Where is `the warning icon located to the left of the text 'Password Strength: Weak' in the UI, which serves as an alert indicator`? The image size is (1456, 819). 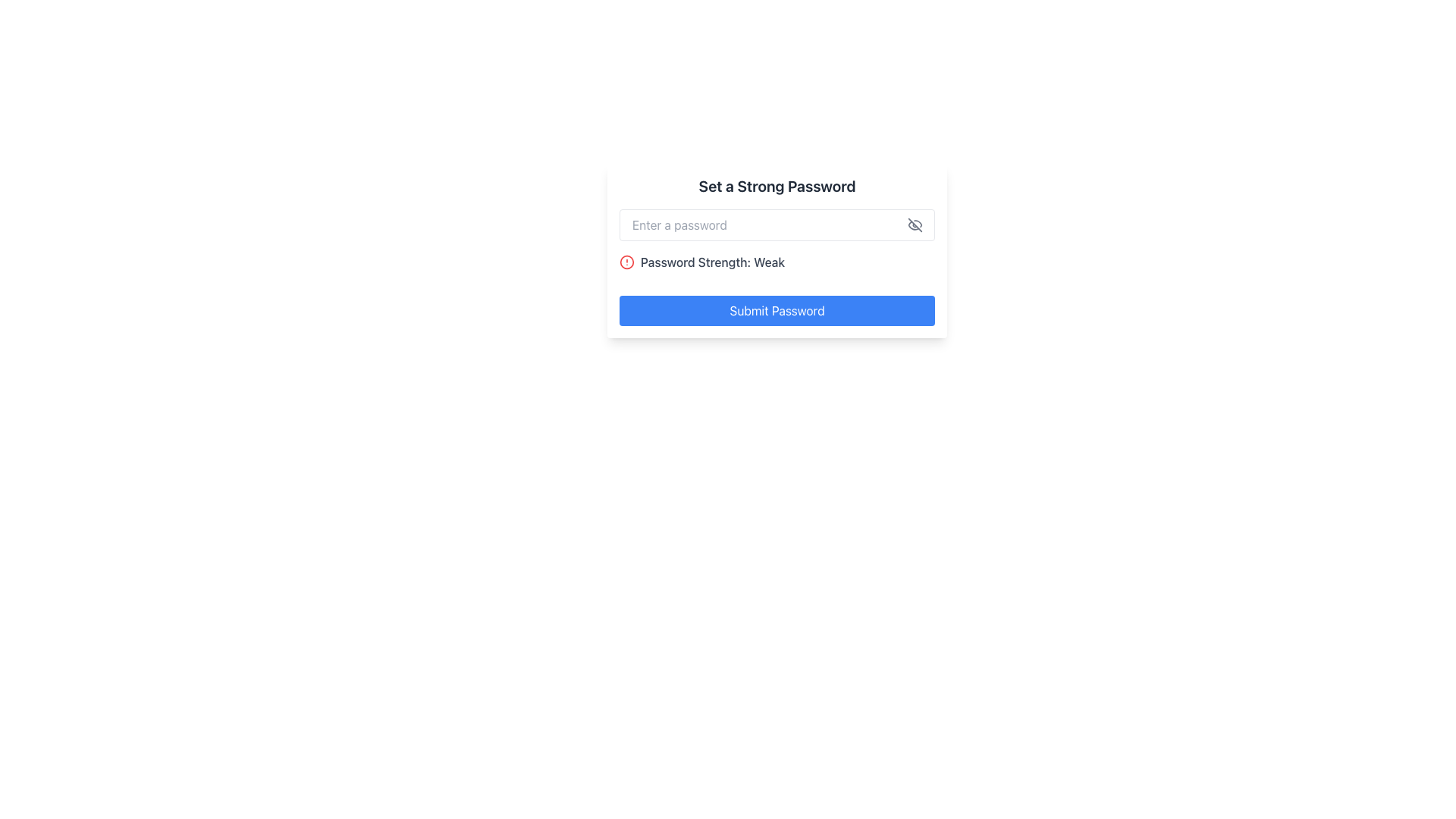
the warning icon located to the left of the text 'Password Strength: Weak' in the UI, which serves as an alert indicator is located at coordinates (626, 262).